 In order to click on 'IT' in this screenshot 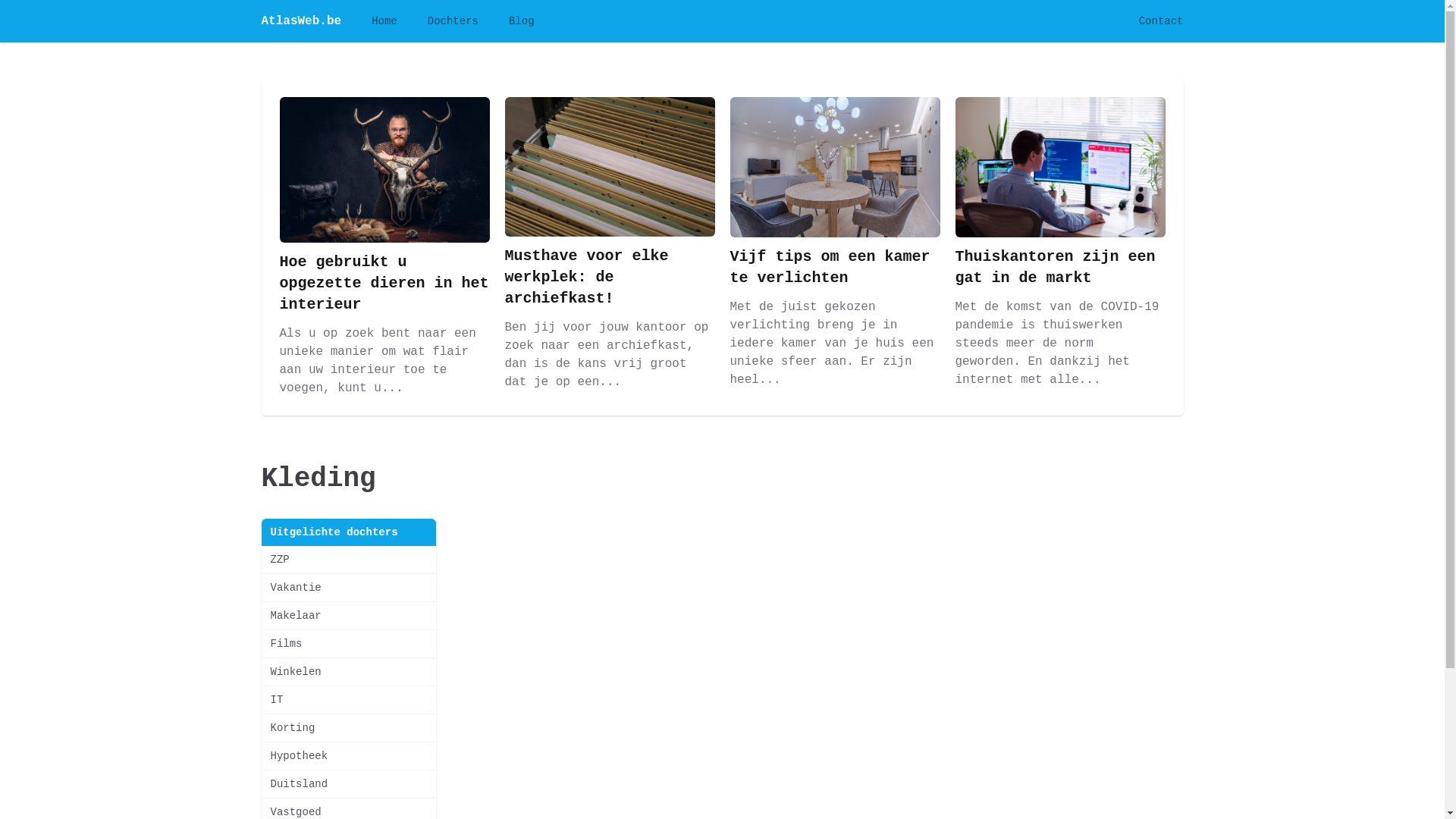, I will do `click(347, 699)`.